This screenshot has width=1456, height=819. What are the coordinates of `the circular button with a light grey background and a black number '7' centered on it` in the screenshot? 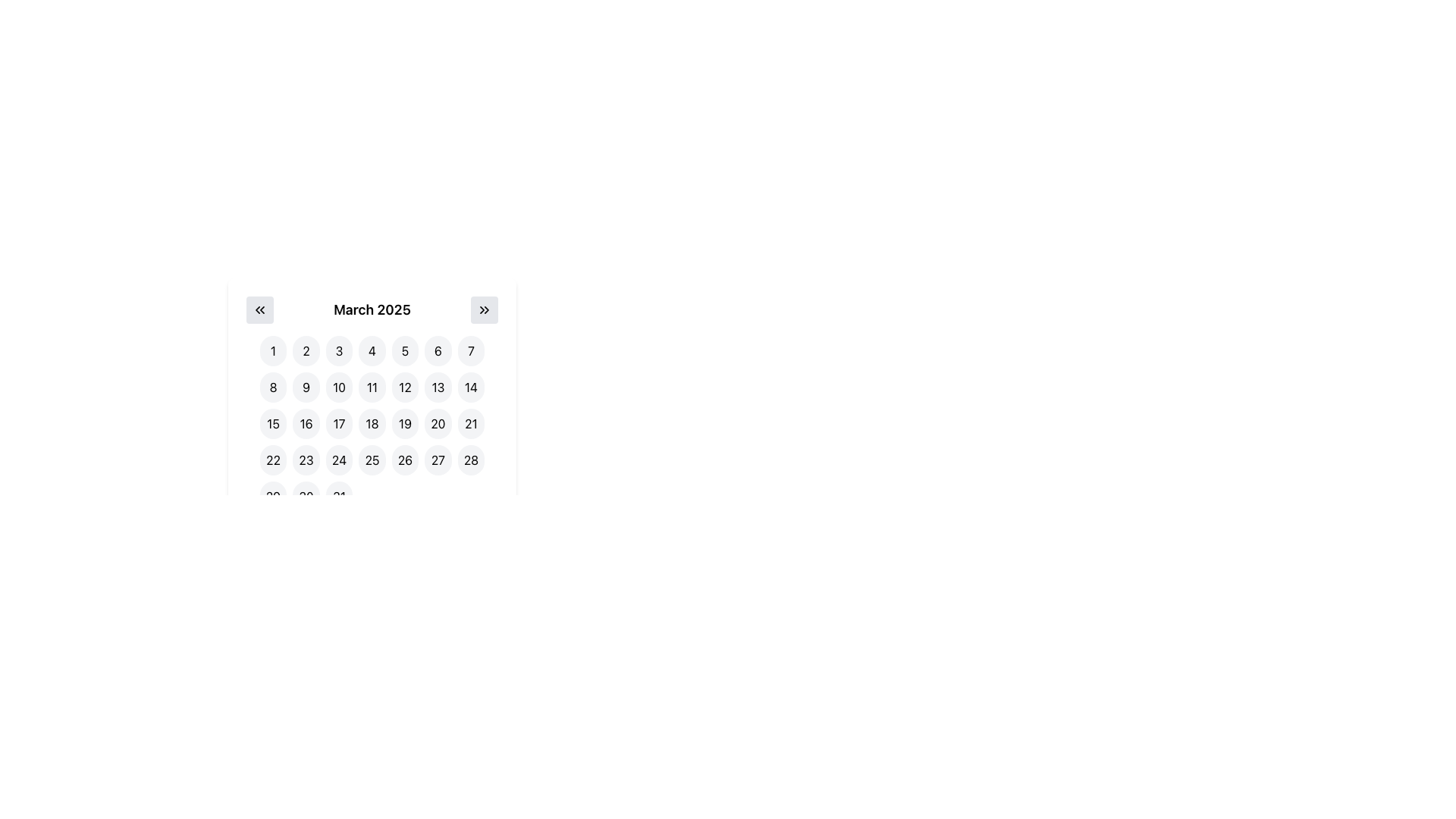 It's located at (470, 350).